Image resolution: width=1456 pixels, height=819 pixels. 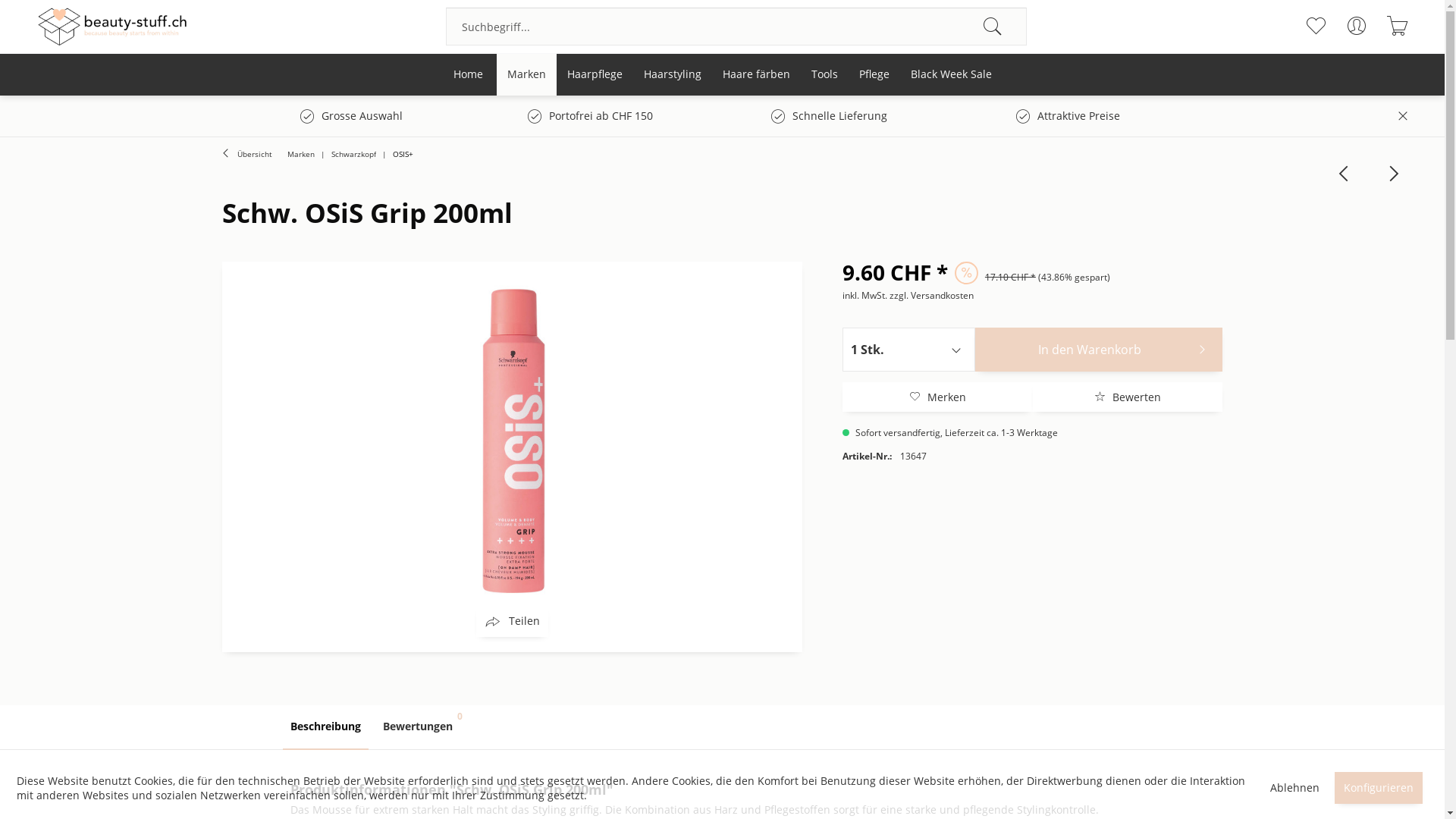 What do you see at coordinates (1389, 172) in the screenshot?
I see `'Schw. OSiS Sparkler 300ml'` at bounding box center [1389, 172].